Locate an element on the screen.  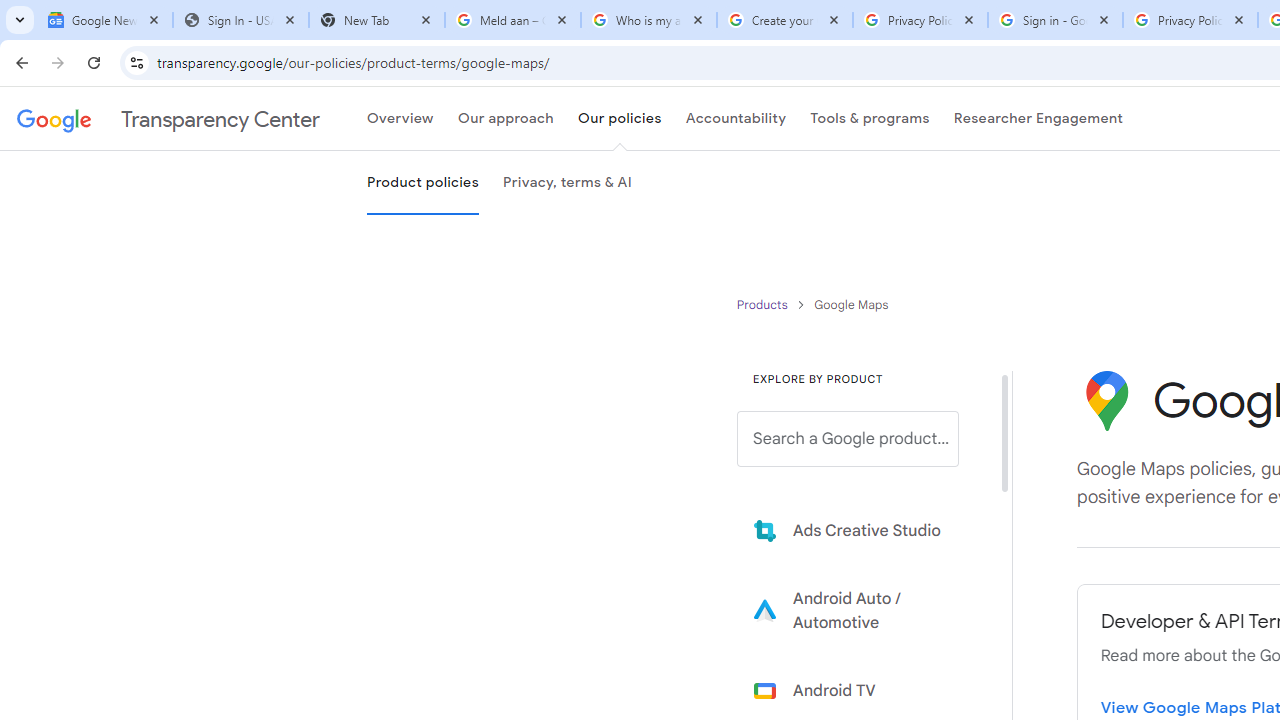
'Researcher Engagement' is located at coordinates (1038, 119).